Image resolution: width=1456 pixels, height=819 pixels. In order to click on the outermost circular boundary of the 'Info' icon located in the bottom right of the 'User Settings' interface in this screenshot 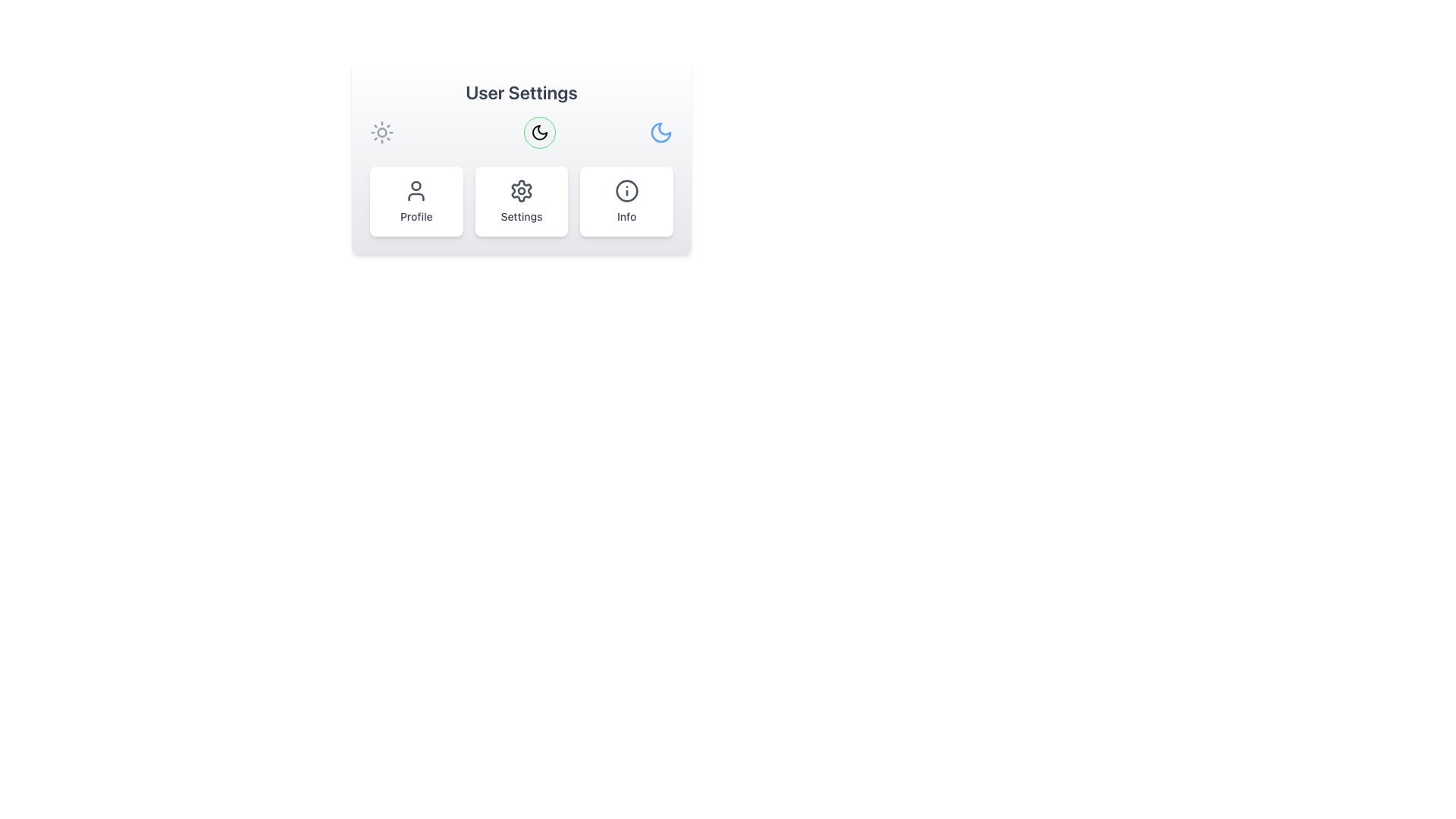, I will do `click(626, 190)`.